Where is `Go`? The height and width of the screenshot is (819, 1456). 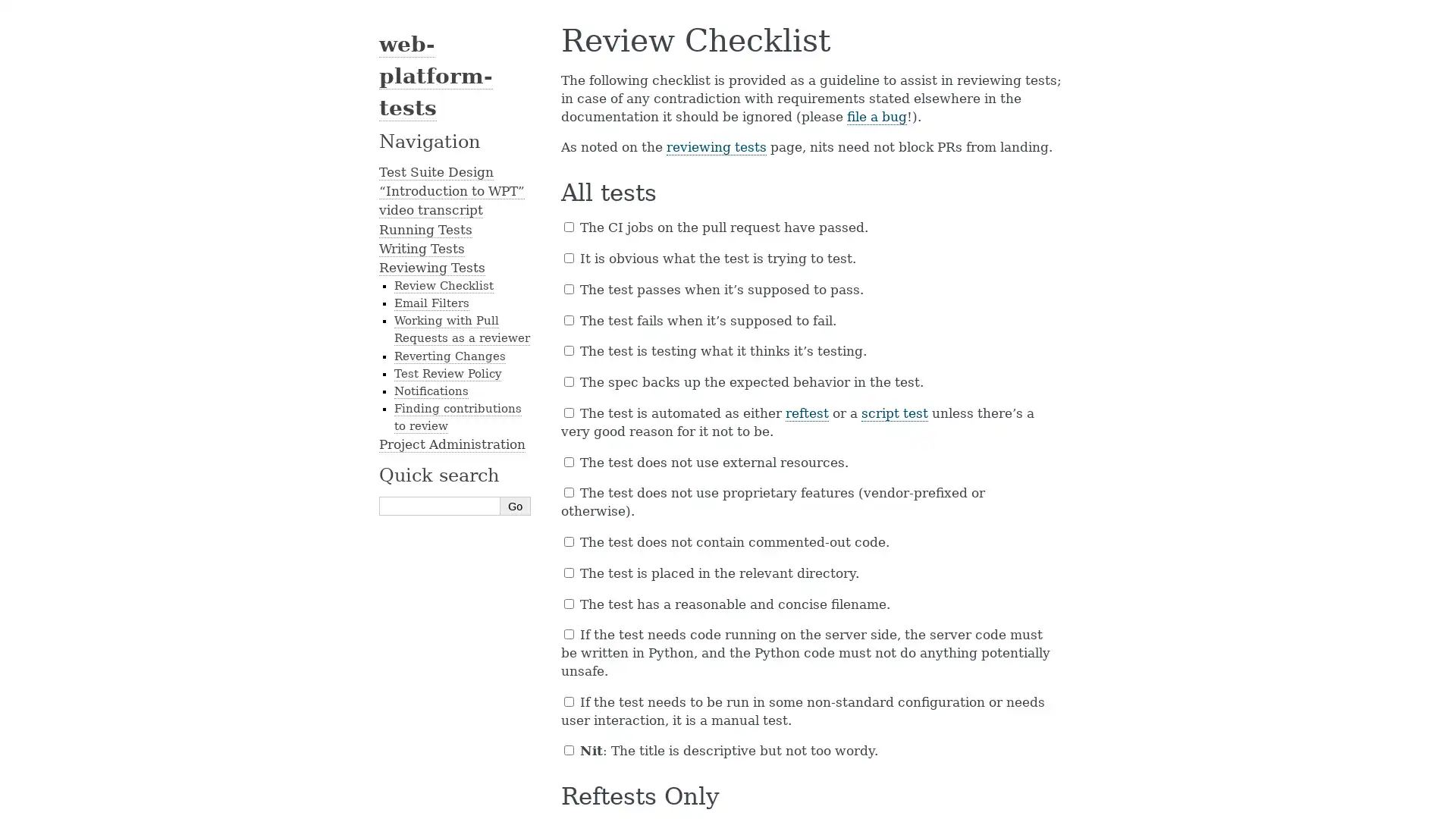 Go is located at coordinates (516, 506).